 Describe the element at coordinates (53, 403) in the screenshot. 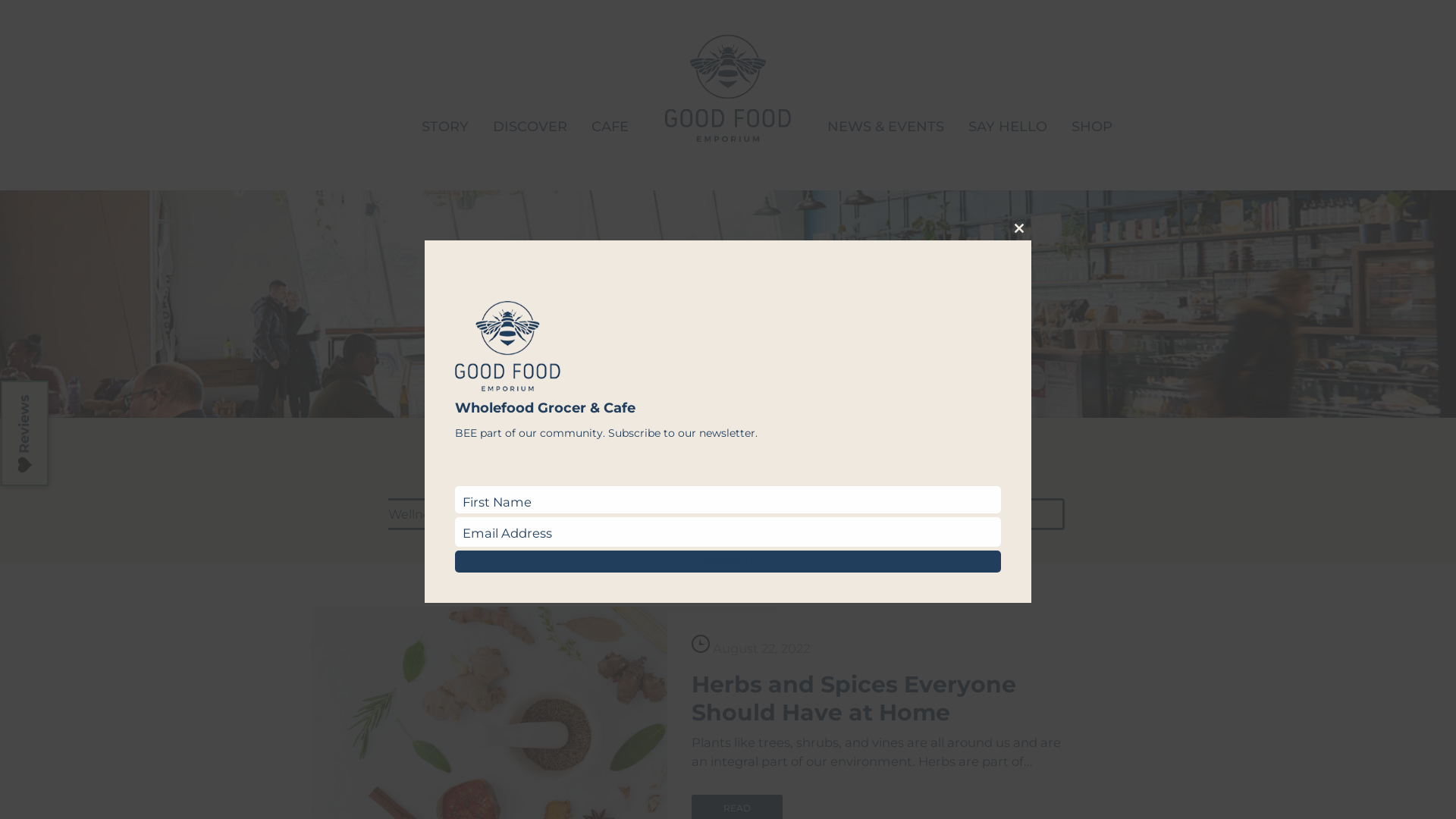

I see `'Reviews'` at that location.